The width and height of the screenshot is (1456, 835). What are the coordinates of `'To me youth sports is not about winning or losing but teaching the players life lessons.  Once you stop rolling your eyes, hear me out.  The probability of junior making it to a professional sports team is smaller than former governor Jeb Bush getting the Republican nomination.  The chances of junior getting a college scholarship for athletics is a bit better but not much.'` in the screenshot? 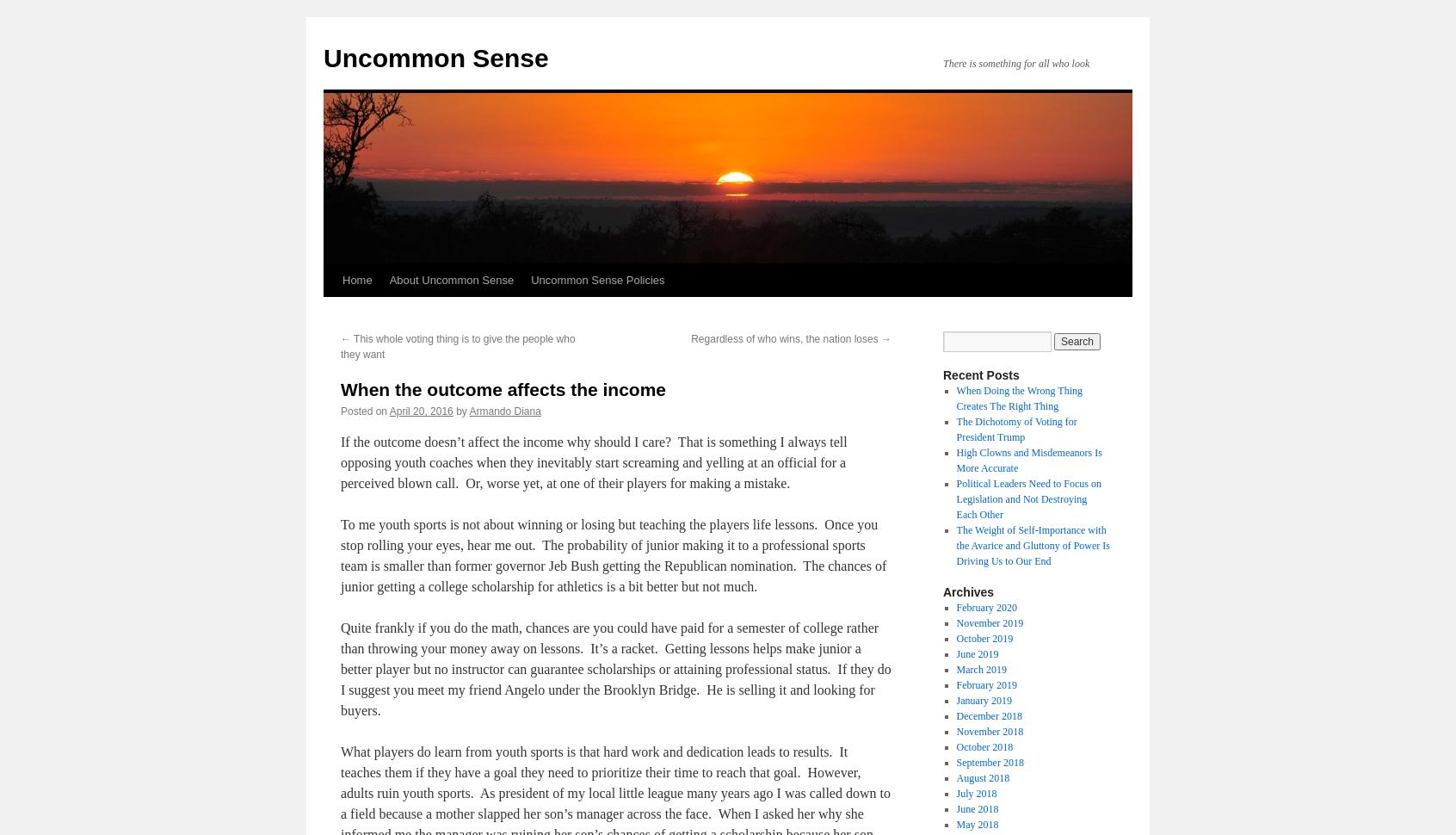 It's located at (613, 554).